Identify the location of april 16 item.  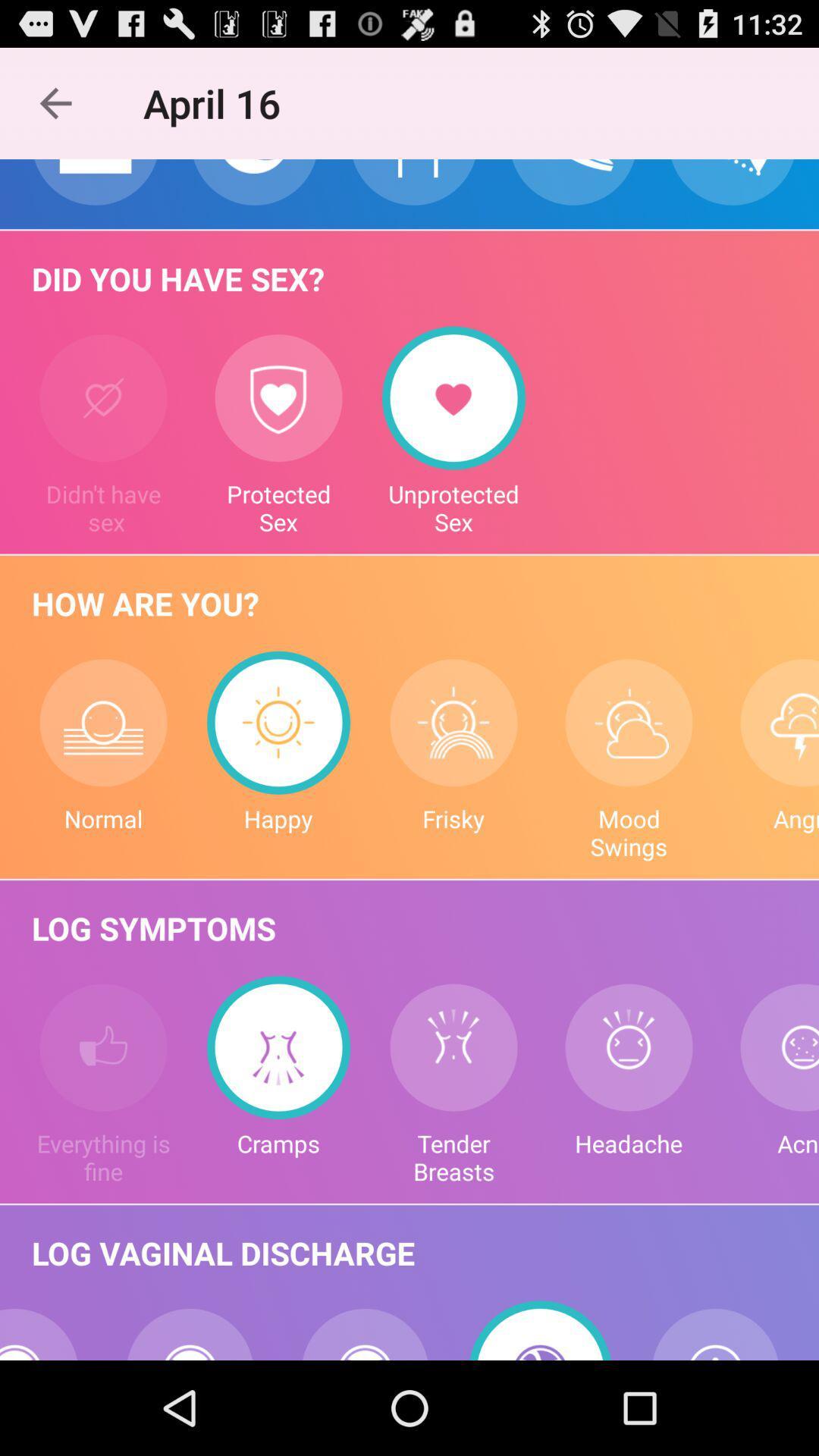
(220, 102).